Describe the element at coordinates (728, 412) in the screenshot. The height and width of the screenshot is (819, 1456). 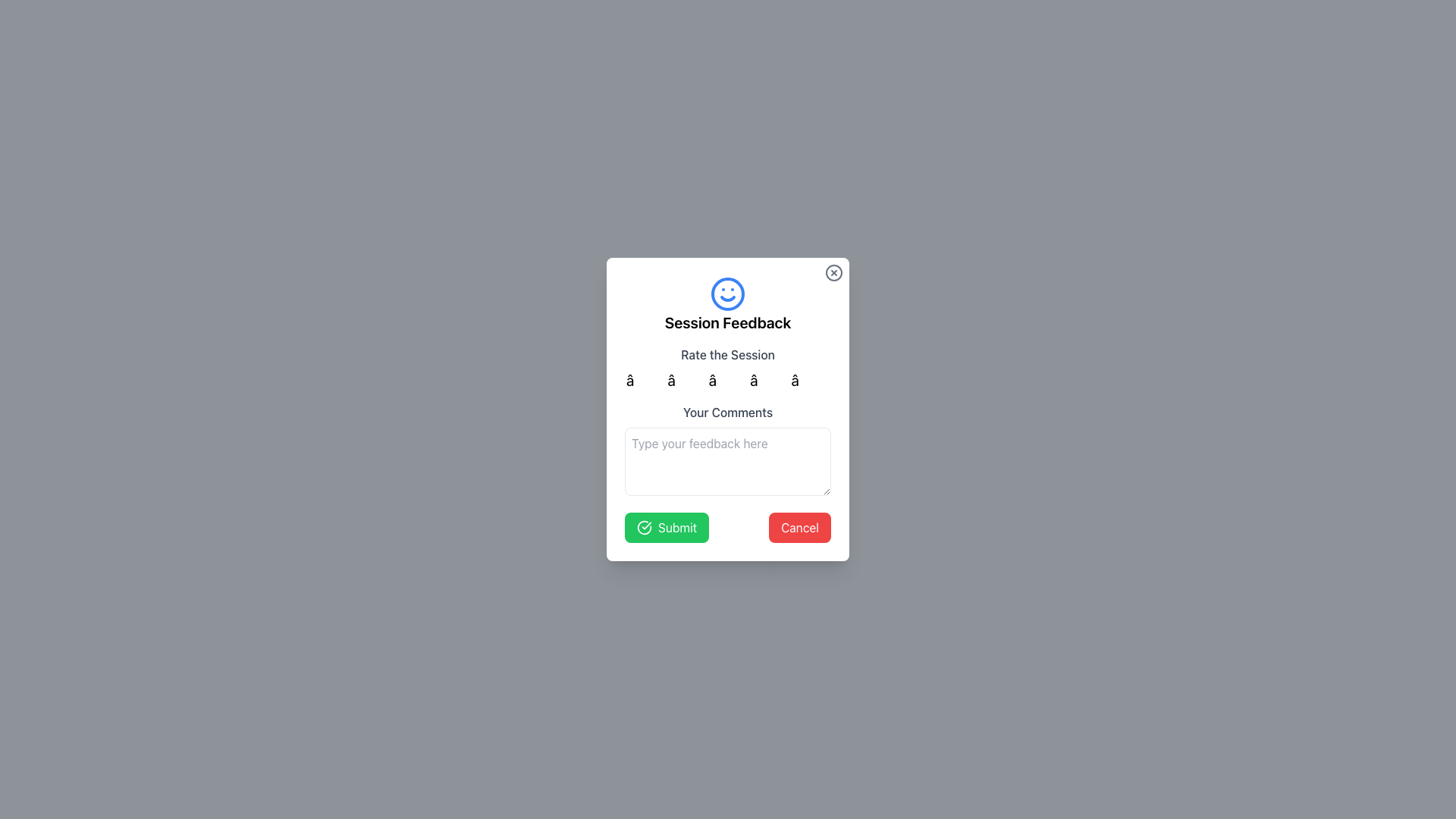
I see `text label displaying 'Your Comments' which is positioned above the comment input field in the middle of the form` at that location.